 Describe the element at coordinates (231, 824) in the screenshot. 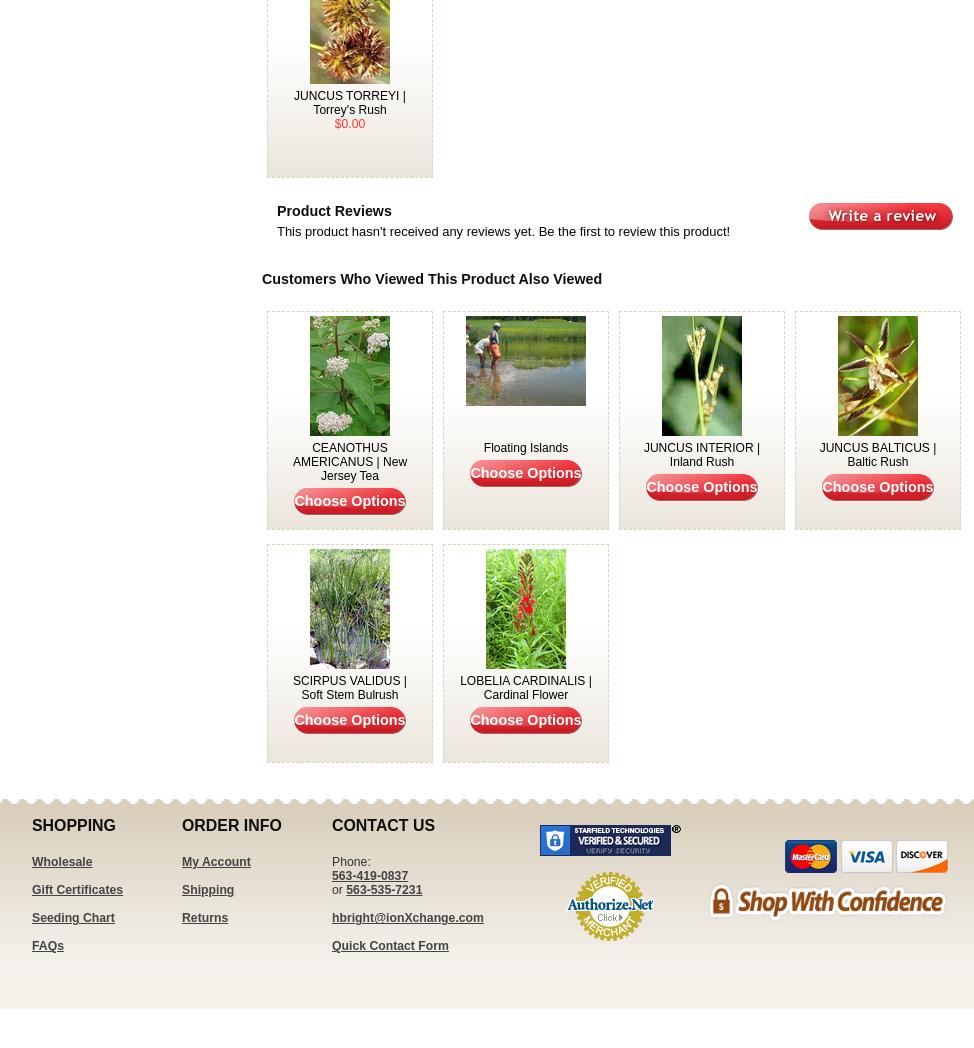

I see `'ORDER INFO'` at that location.